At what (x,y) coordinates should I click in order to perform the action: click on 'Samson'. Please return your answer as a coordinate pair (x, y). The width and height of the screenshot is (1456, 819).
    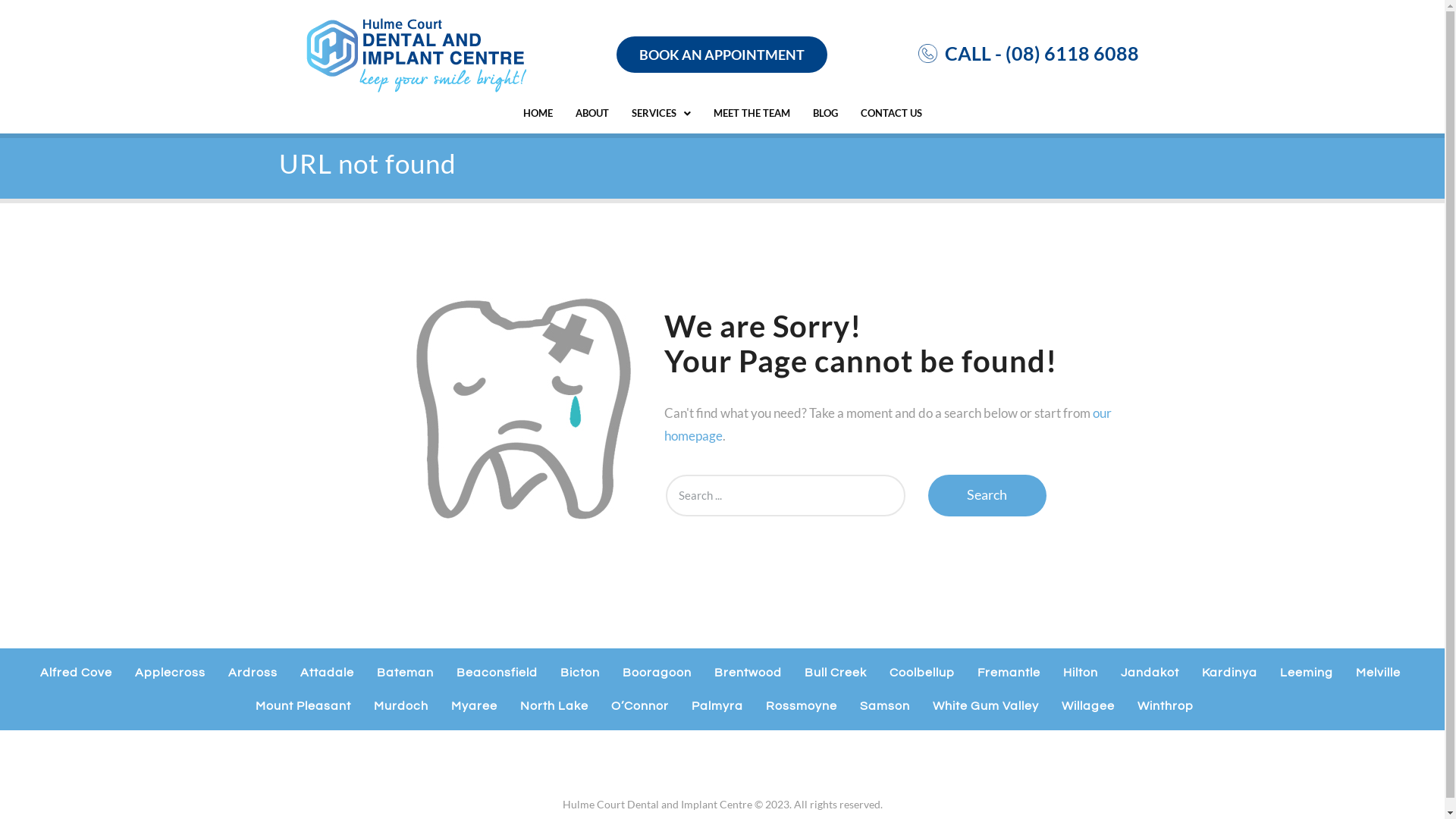
    Looking at the image, I should click on (884, 705).